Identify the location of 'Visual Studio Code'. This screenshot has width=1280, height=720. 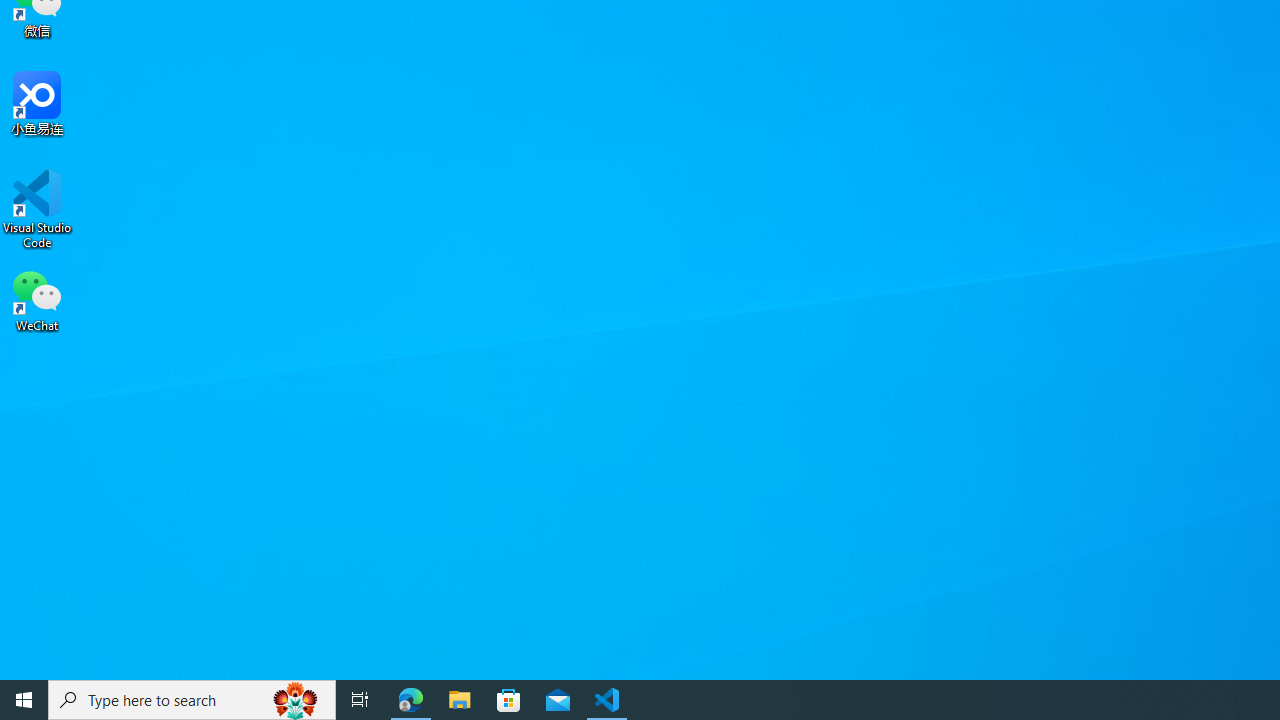
(37, 209).